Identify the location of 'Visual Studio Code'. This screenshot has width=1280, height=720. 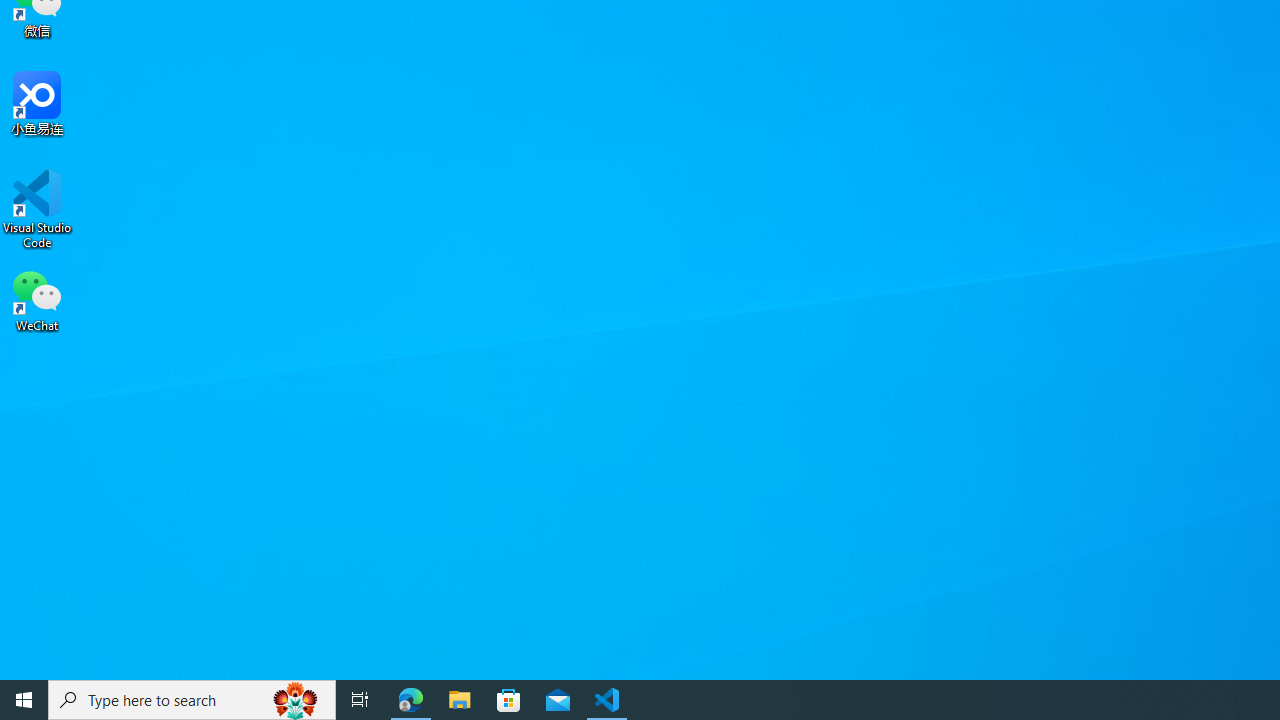
(37, 209).